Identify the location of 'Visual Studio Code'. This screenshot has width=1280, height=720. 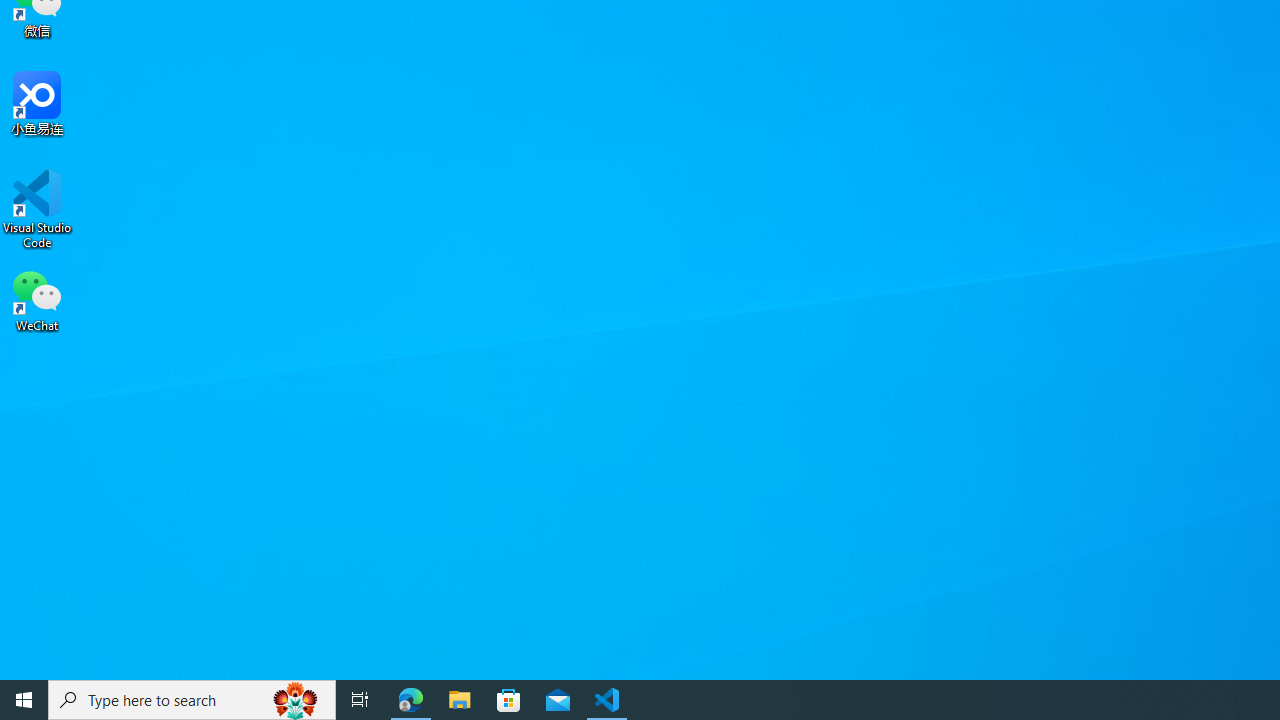
(37, 209).